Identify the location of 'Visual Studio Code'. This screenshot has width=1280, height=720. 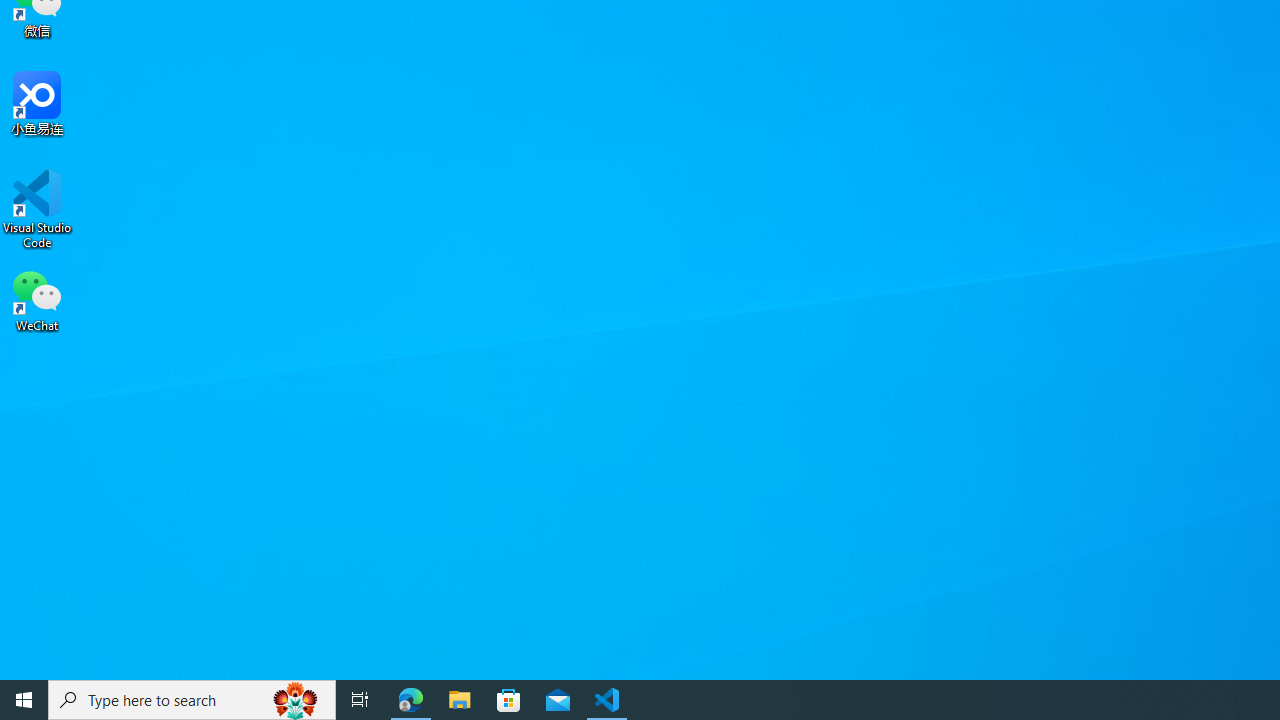
(37, 209).